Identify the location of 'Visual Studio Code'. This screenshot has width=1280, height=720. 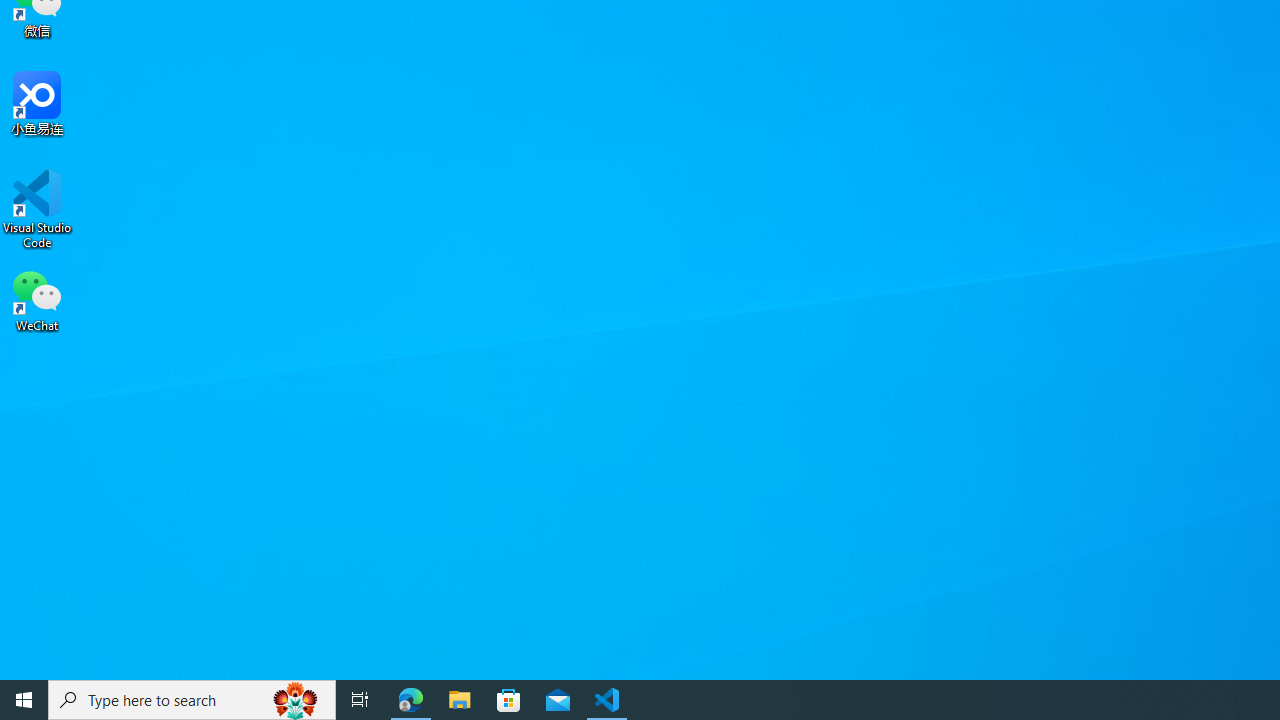
(37, 209).